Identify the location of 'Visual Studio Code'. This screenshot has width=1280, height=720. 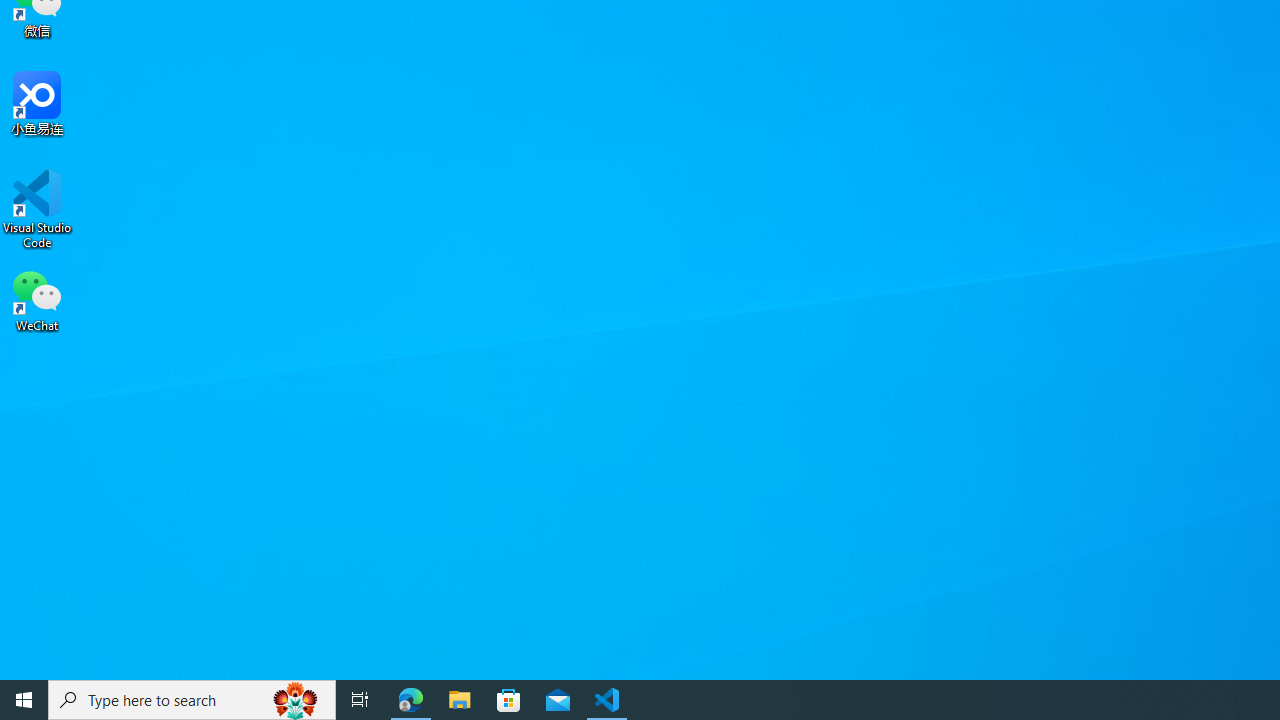
(37, 209).